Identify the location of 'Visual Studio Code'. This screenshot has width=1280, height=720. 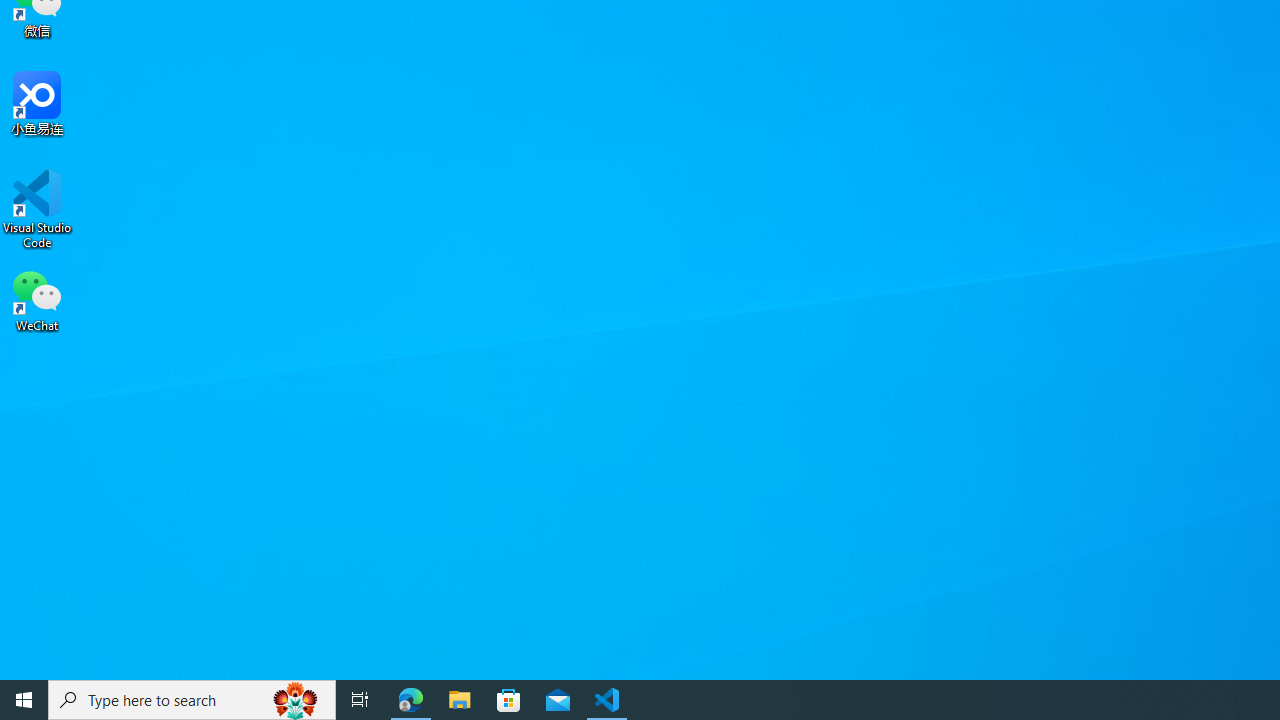
(37, 209).